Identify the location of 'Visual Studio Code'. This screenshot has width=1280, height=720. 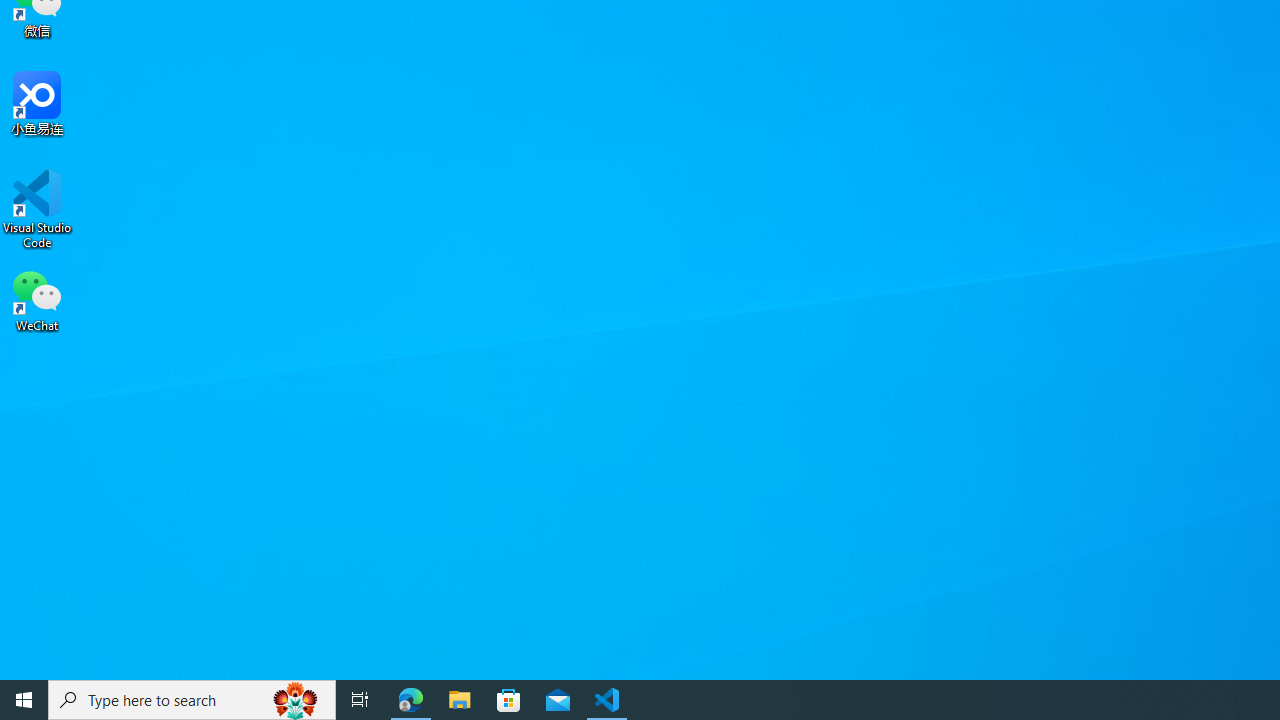
(37, 209).